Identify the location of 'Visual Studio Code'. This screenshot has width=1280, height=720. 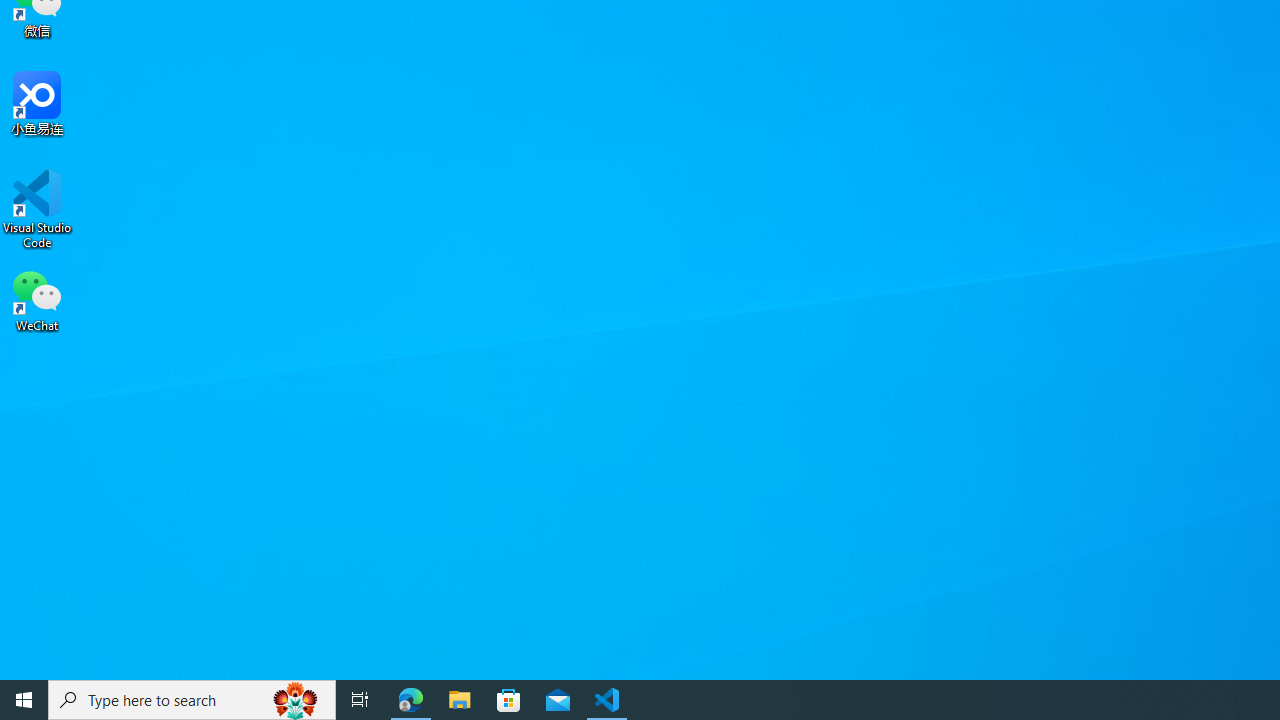
(37, 209).